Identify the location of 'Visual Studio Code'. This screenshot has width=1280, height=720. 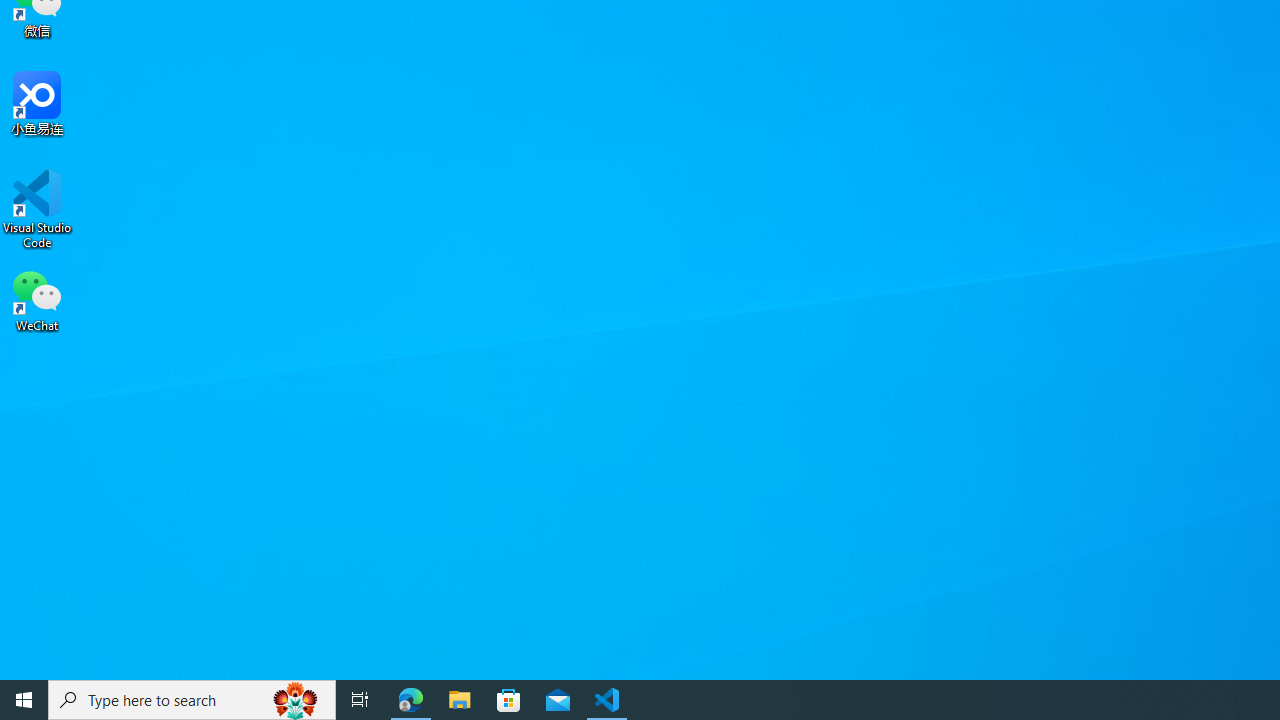
(37, 209).